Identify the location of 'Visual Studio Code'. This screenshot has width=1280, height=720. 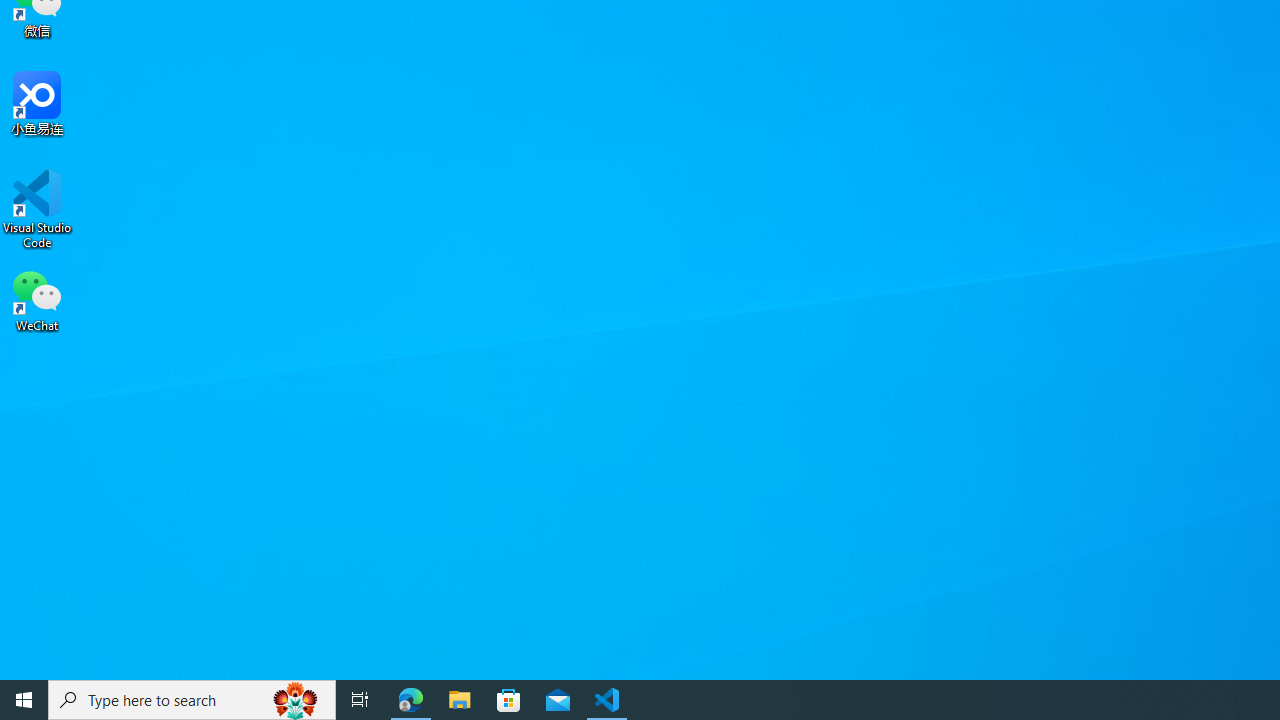
(37, 209).